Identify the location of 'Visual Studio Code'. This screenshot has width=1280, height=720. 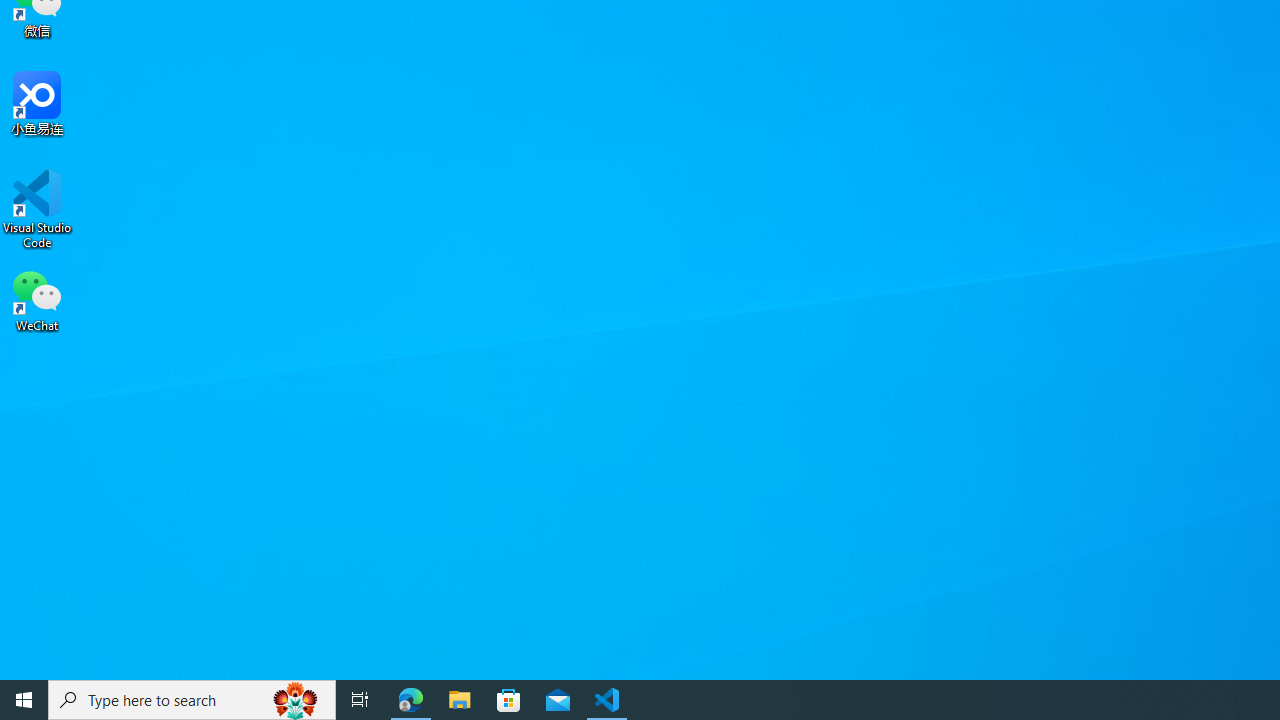
(37, 209).